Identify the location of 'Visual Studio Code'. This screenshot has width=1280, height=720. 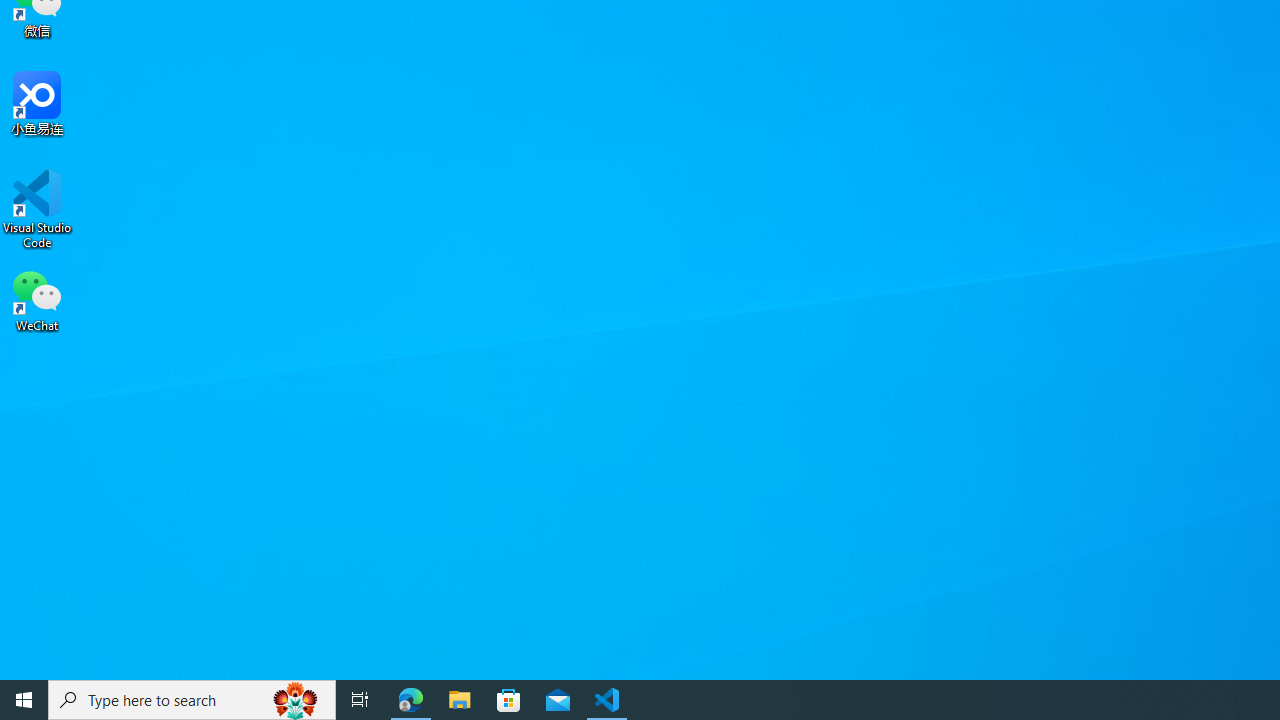
(37, 209).